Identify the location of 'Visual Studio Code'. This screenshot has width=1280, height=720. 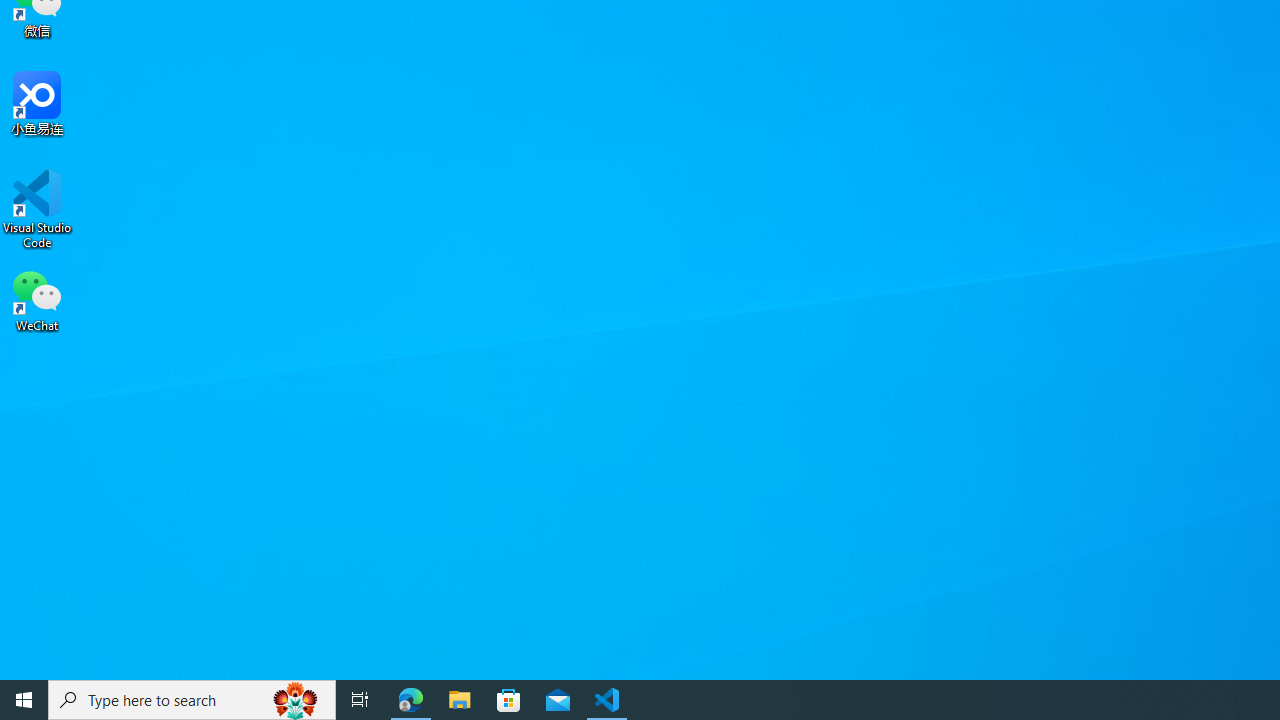
(37, 209).